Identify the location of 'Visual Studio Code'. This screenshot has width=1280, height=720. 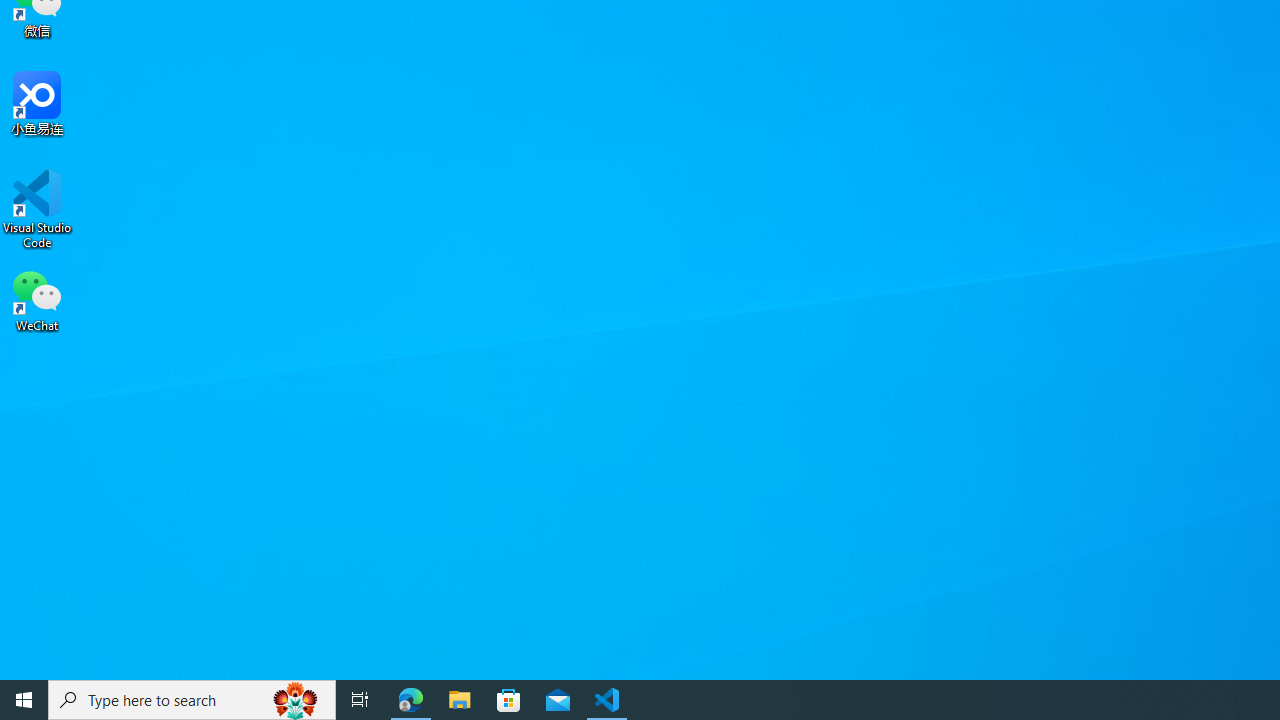
(37, 209).